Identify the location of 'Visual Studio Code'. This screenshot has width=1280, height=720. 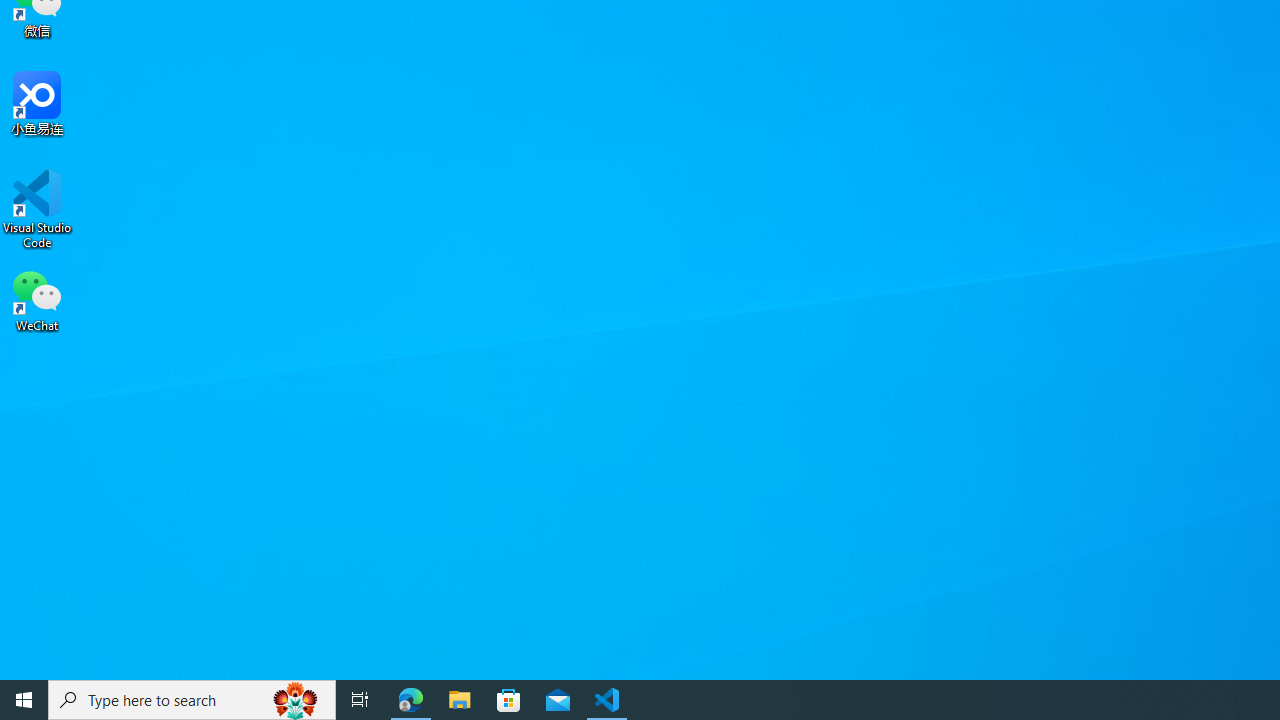
(37, 209).